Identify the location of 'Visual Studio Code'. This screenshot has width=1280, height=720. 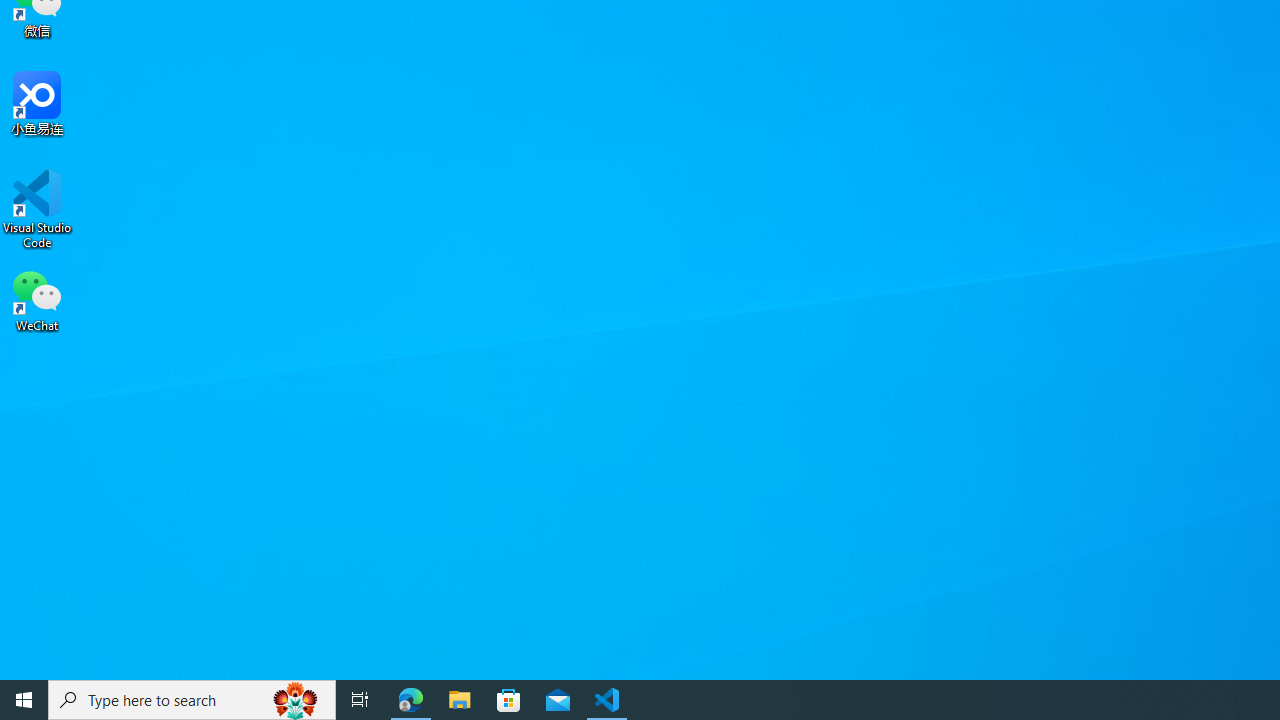
(37, 209).